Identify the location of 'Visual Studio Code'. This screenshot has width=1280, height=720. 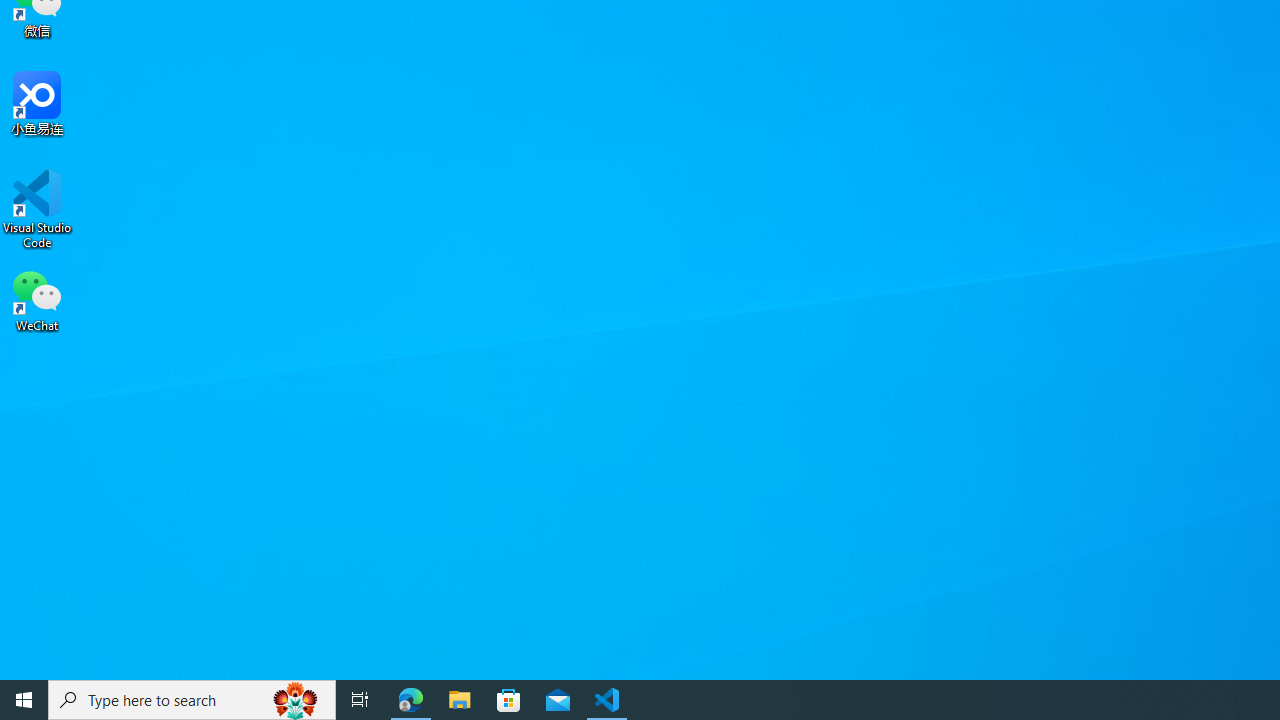
(37, 209).